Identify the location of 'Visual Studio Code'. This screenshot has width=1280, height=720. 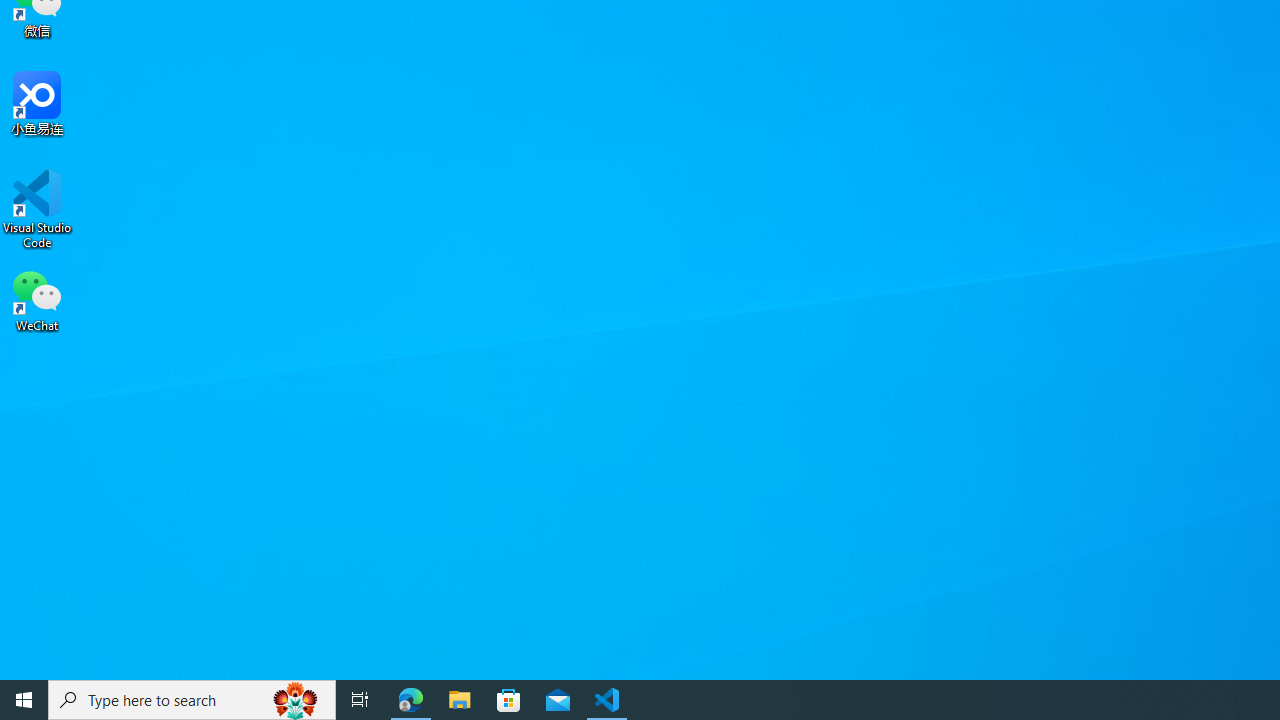
(37, 209).